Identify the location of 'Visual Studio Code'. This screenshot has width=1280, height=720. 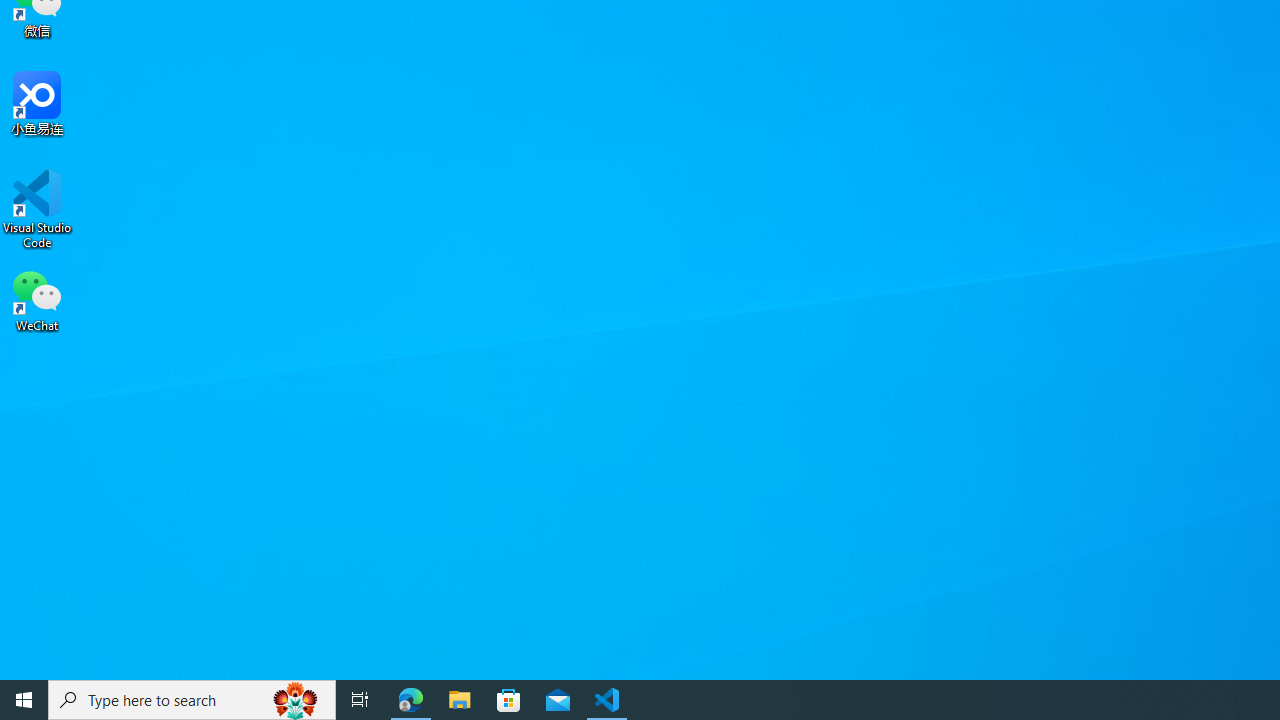
(37, 209).